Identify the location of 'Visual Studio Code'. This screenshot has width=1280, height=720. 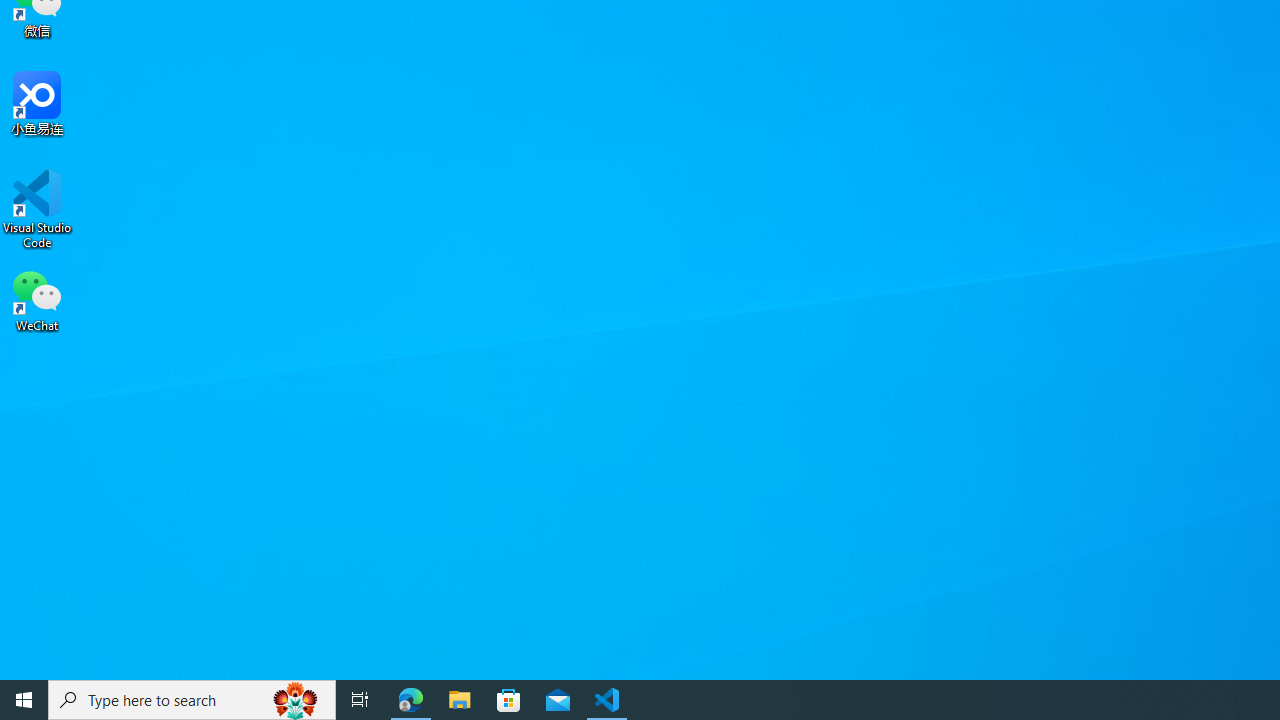
(37, 209).